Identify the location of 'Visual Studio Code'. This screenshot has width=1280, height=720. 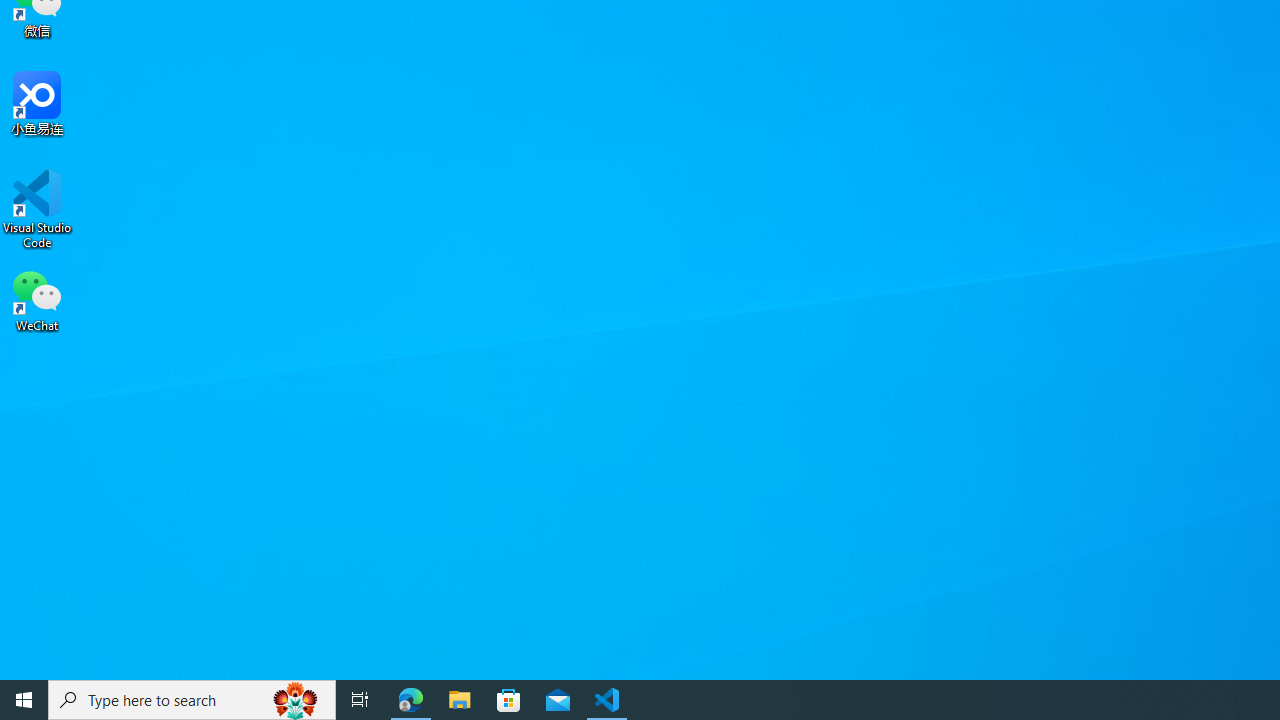
(37, 209).